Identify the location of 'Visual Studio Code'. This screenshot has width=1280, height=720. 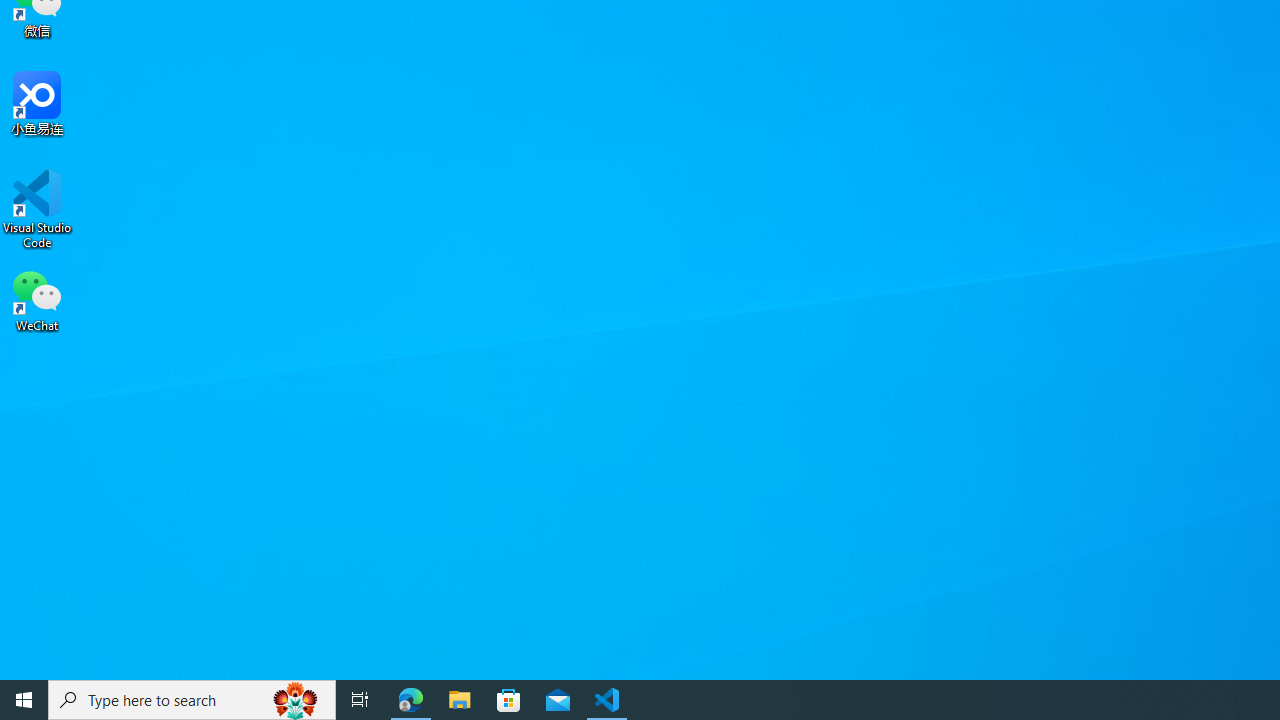
(37, 209).